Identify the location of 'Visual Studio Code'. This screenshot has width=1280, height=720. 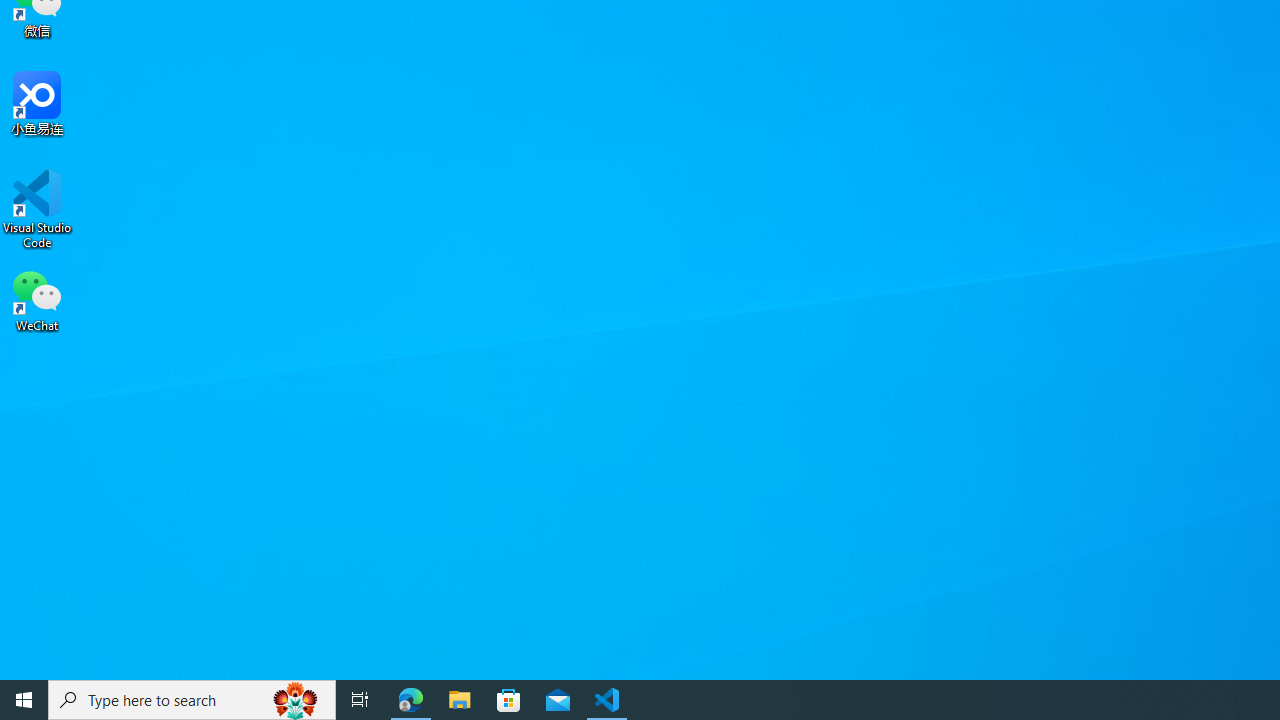
(37, 209).